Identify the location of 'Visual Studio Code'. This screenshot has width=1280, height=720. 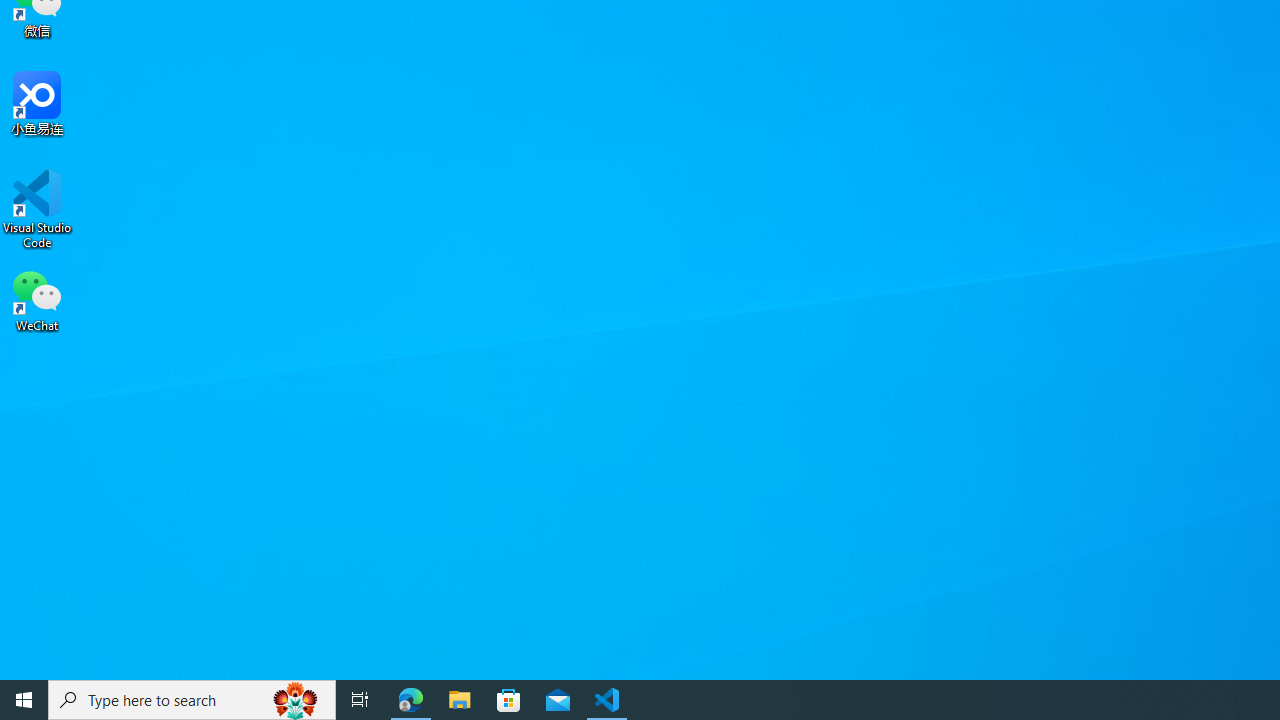
(37, 209).